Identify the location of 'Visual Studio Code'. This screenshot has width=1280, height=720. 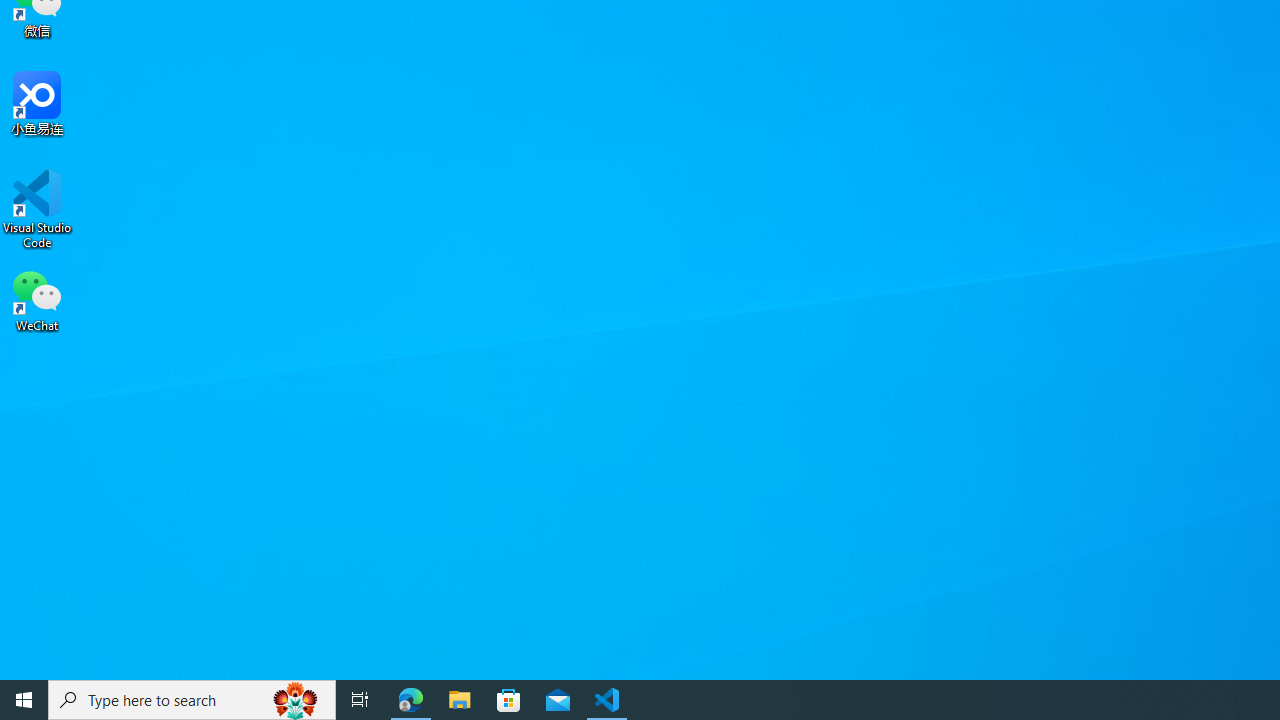
(37, 209).